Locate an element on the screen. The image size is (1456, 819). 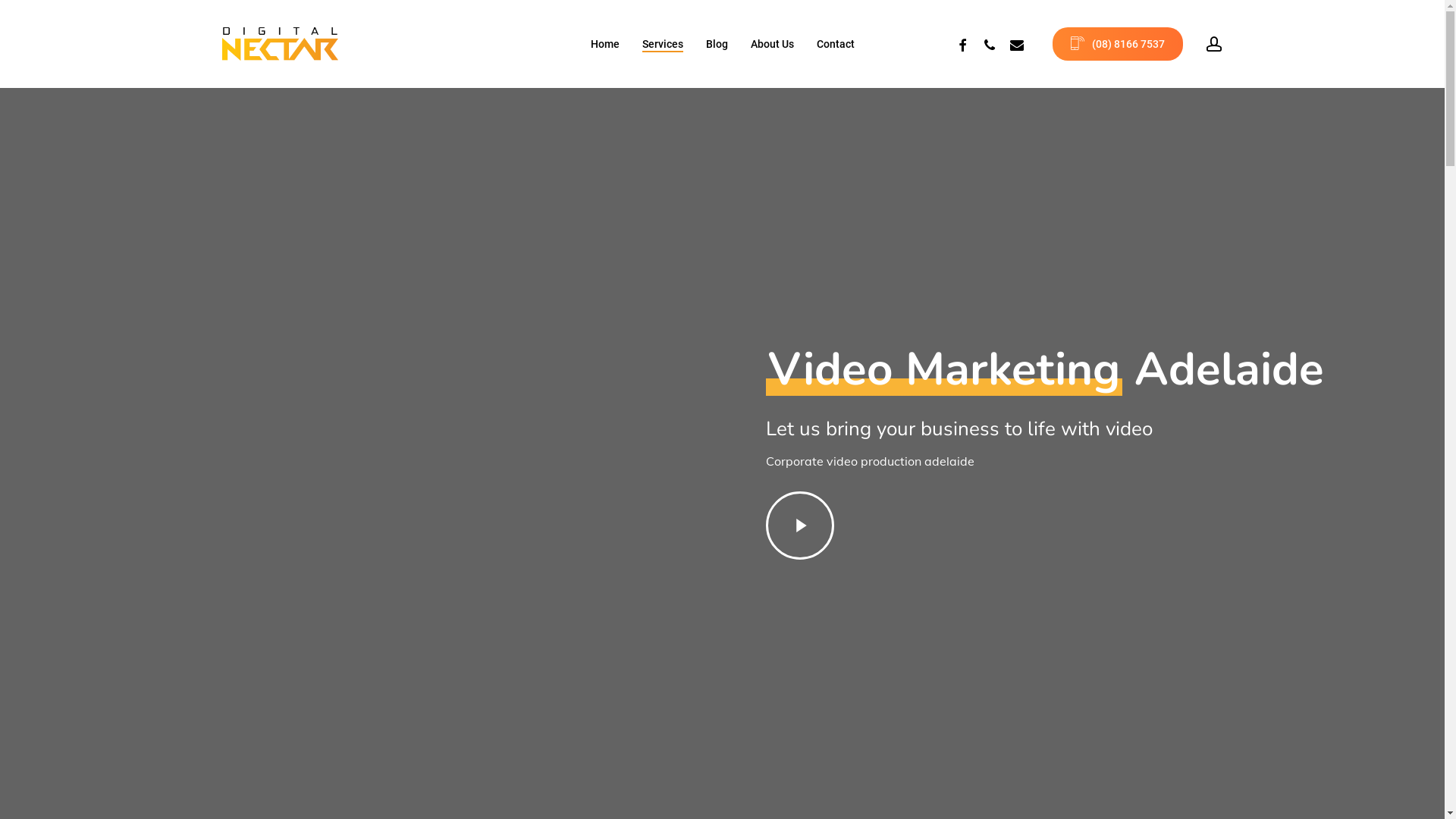
'About Us' is located at coordinates (772, 42).